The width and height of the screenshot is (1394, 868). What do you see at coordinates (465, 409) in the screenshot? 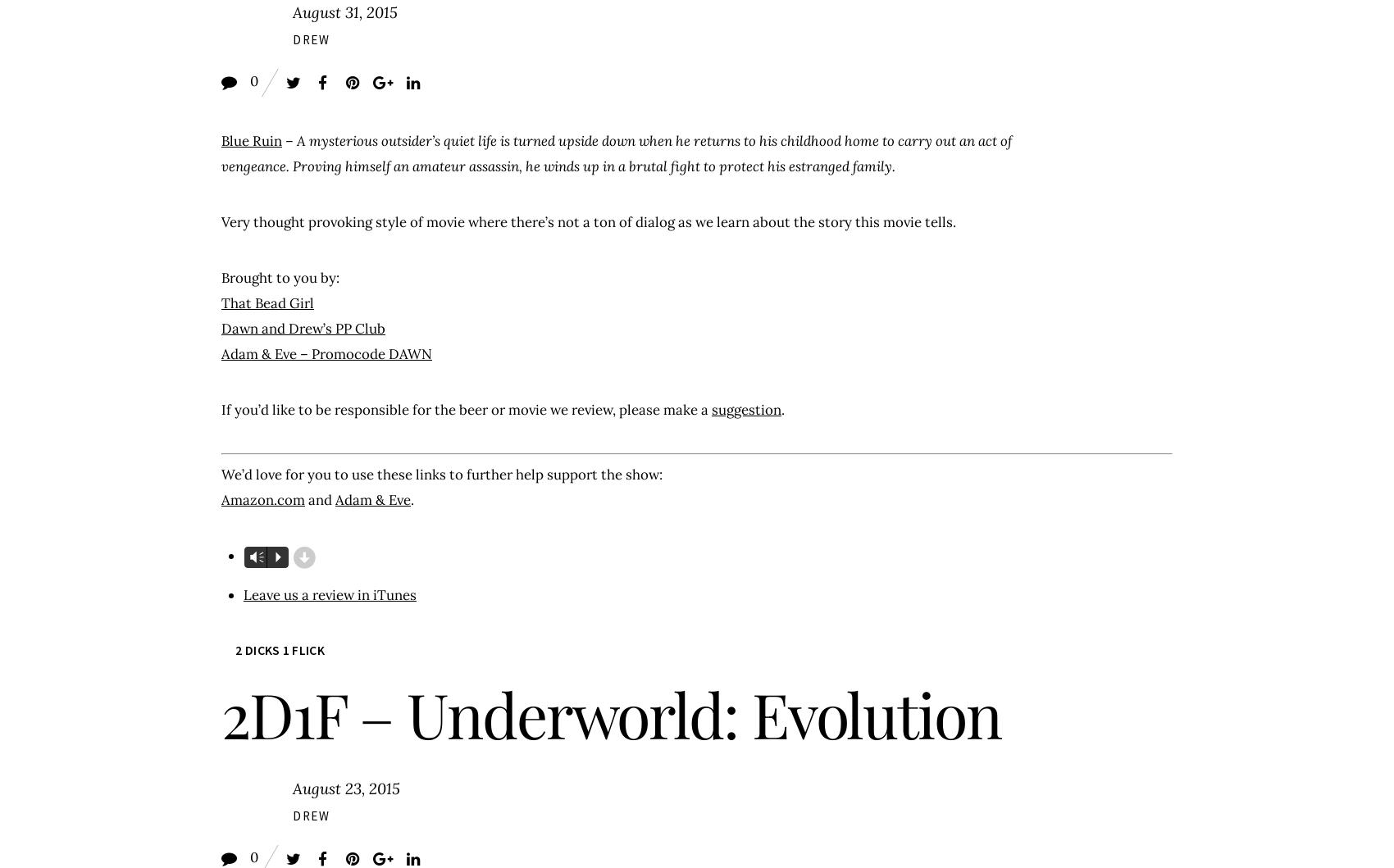
I see `'If you’d like to be responsible for the beer or movie we review, please make a'` at bounding box center [465, 409].